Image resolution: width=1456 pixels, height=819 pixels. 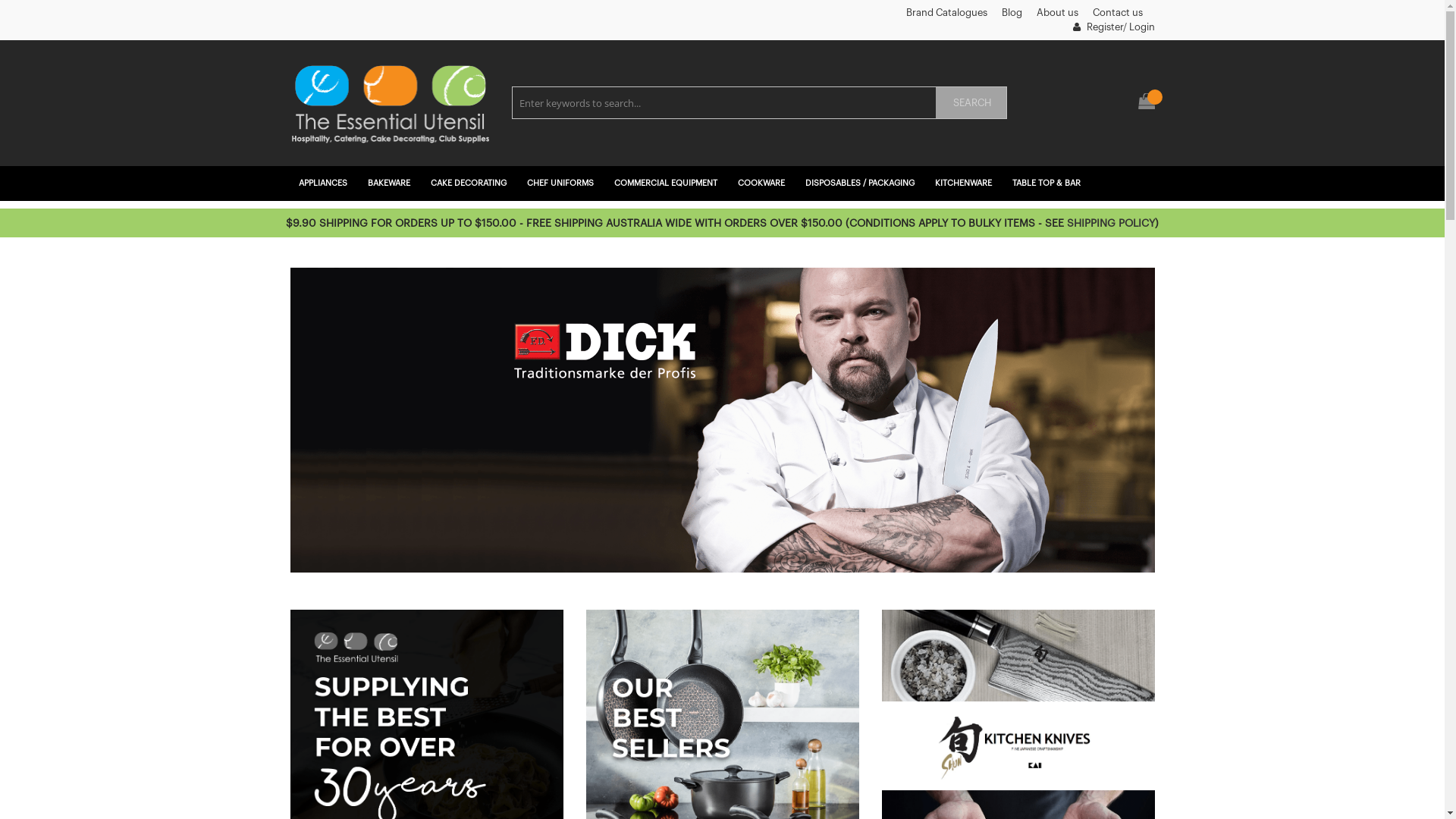 I want to click on 'KITCHENWARE', so click(x=926, y=183).